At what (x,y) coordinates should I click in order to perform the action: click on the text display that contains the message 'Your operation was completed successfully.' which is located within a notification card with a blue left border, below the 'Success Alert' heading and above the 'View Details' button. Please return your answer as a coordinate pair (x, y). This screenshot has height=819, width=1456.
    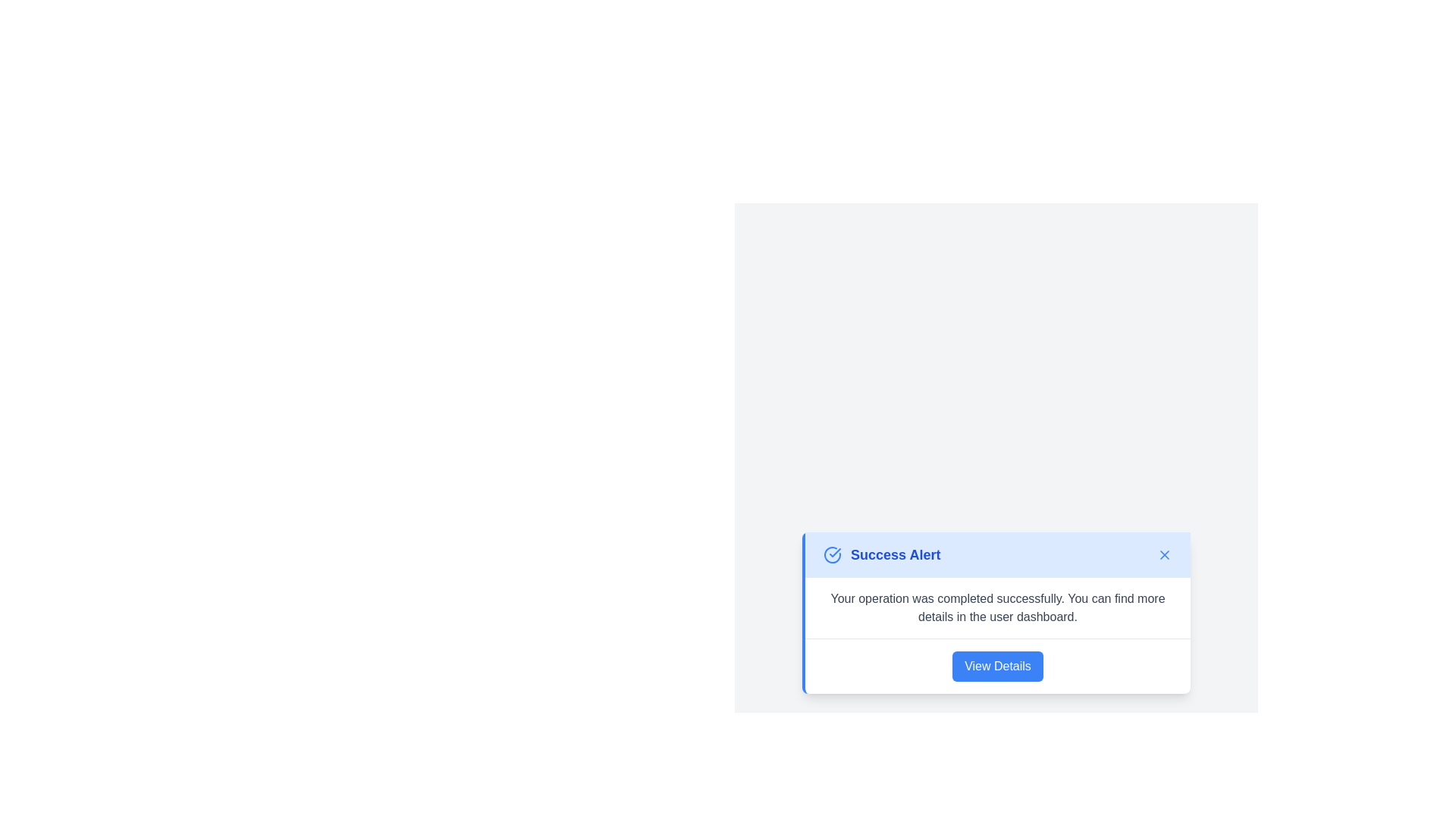
    Looking at the image, I should click on (997, 607).